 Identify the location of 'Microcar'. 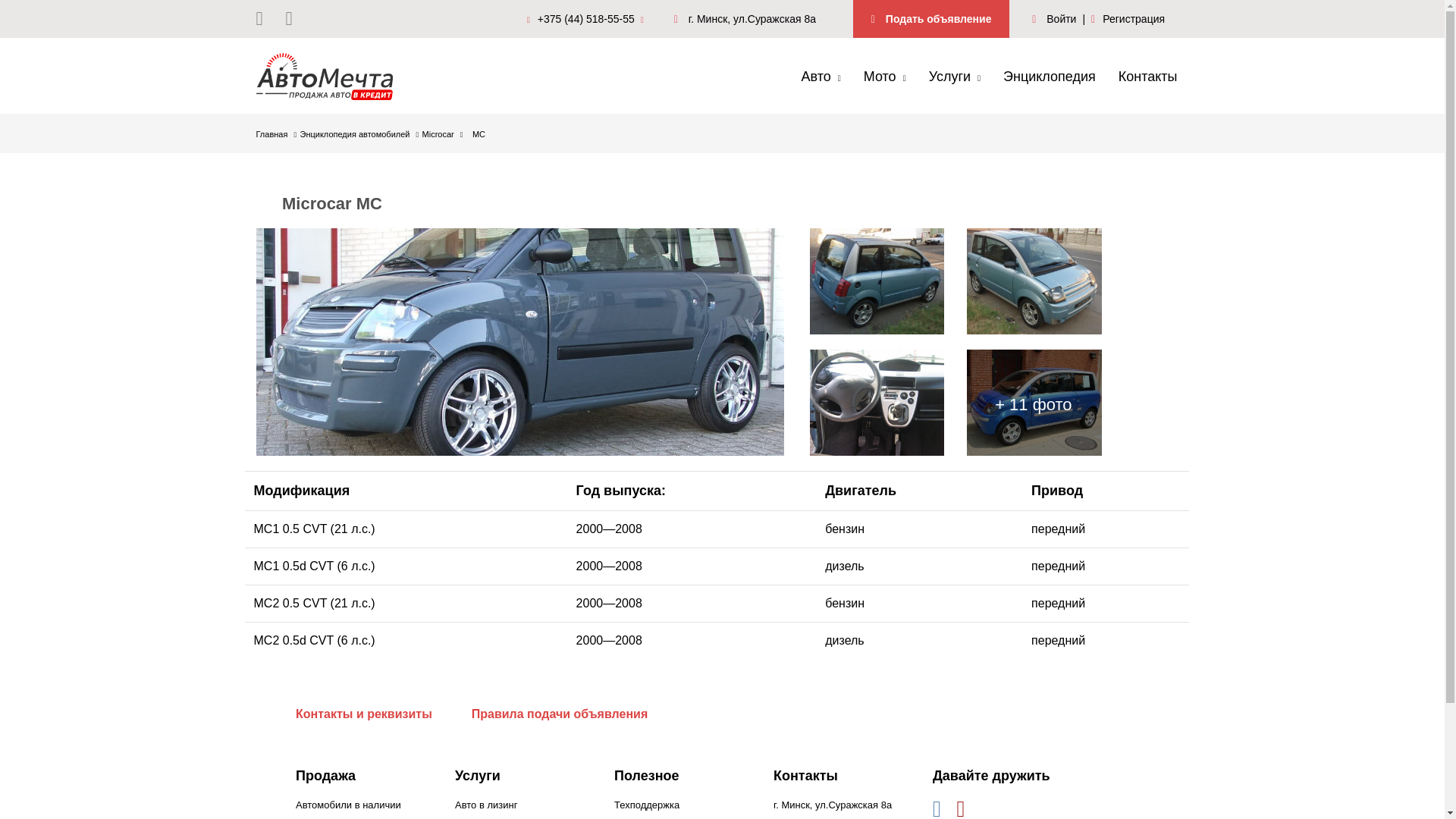
(442, 133).